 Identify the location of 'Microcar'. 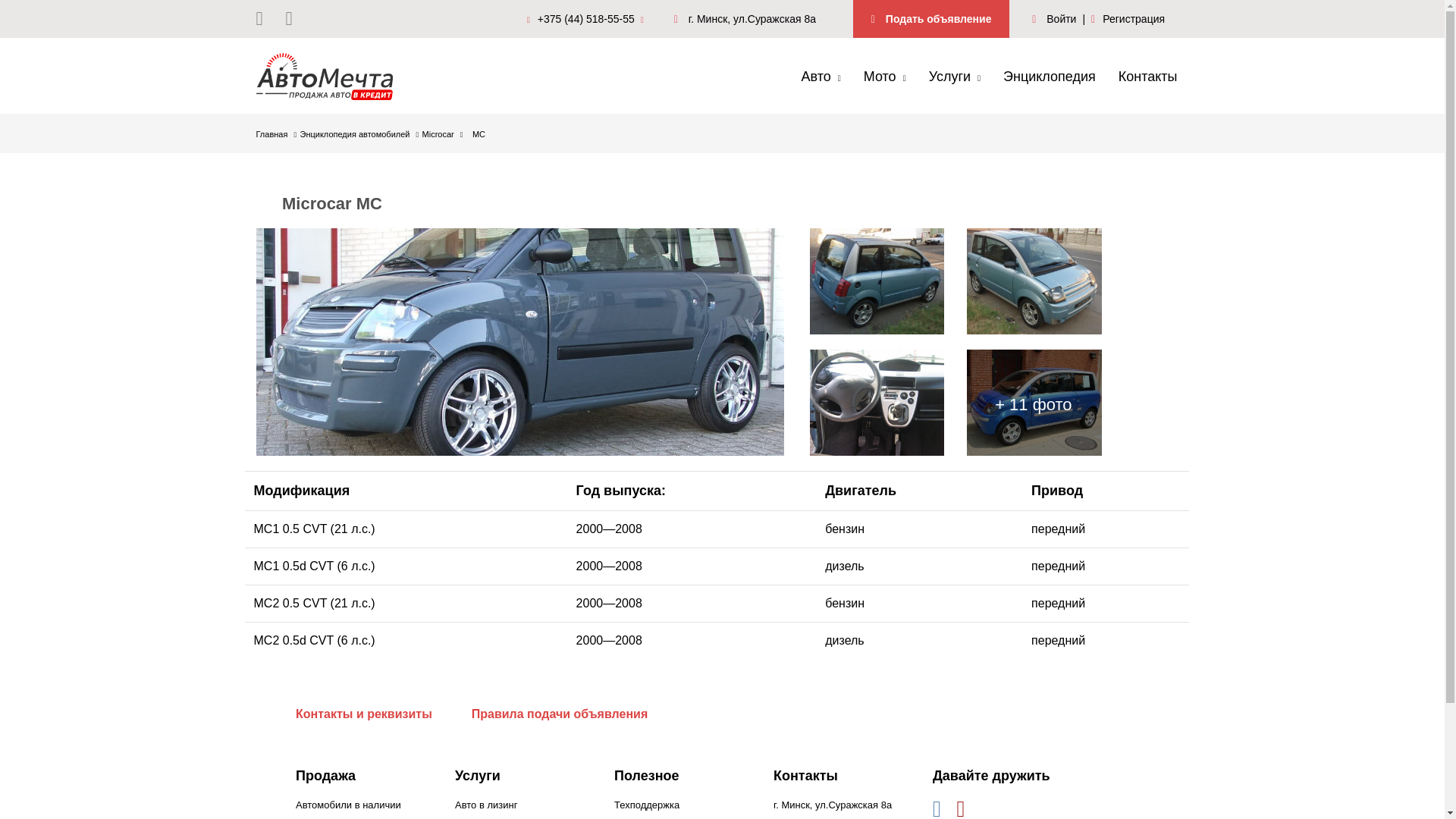
(442, 133).